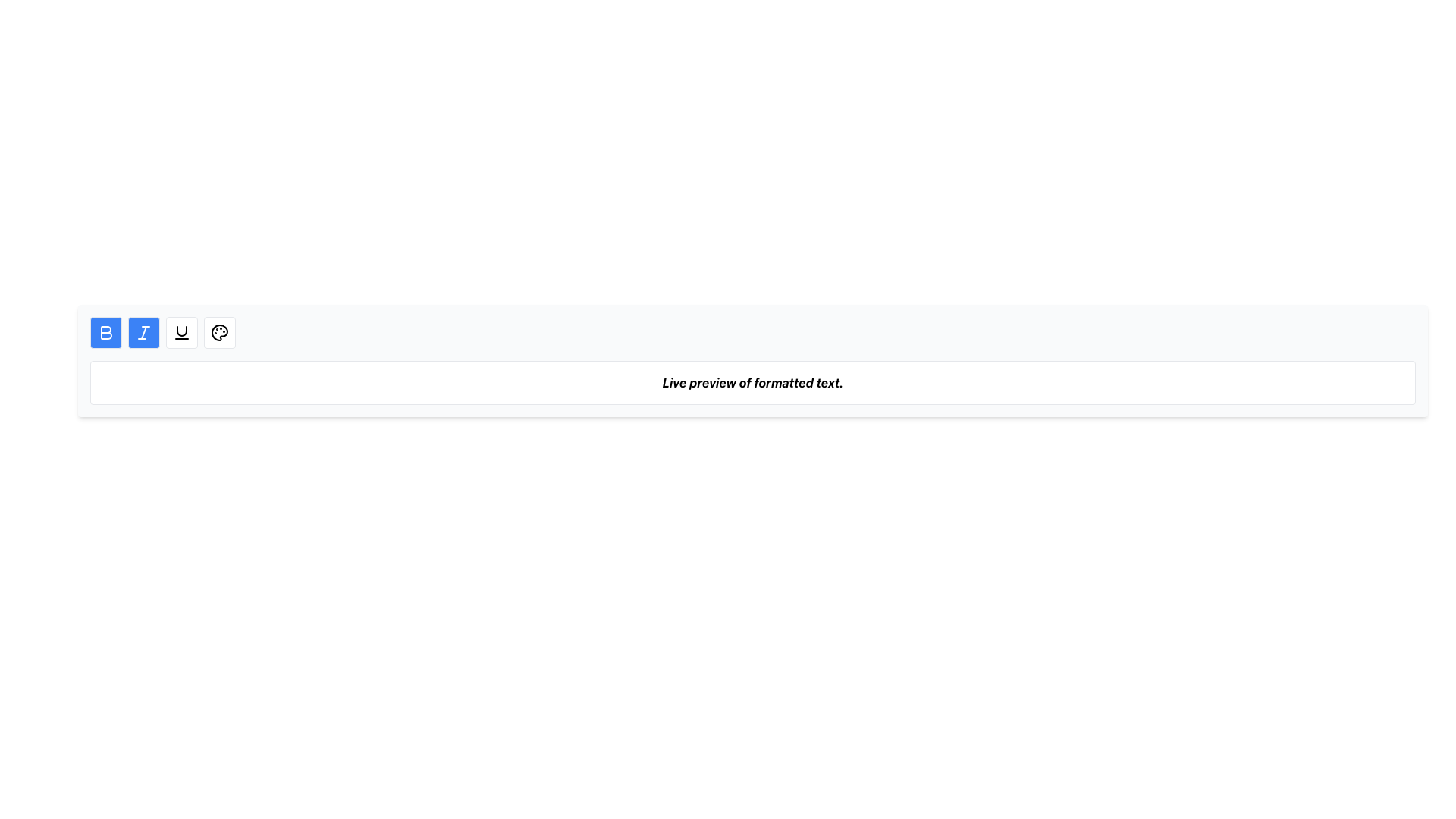  What do you see at coordinates (144, 332) in the screenshot?
I see `the second button from the left in the horizontal row of formatting buttons to apply italic formatting to the selected text` at bounding box center [144, 332].